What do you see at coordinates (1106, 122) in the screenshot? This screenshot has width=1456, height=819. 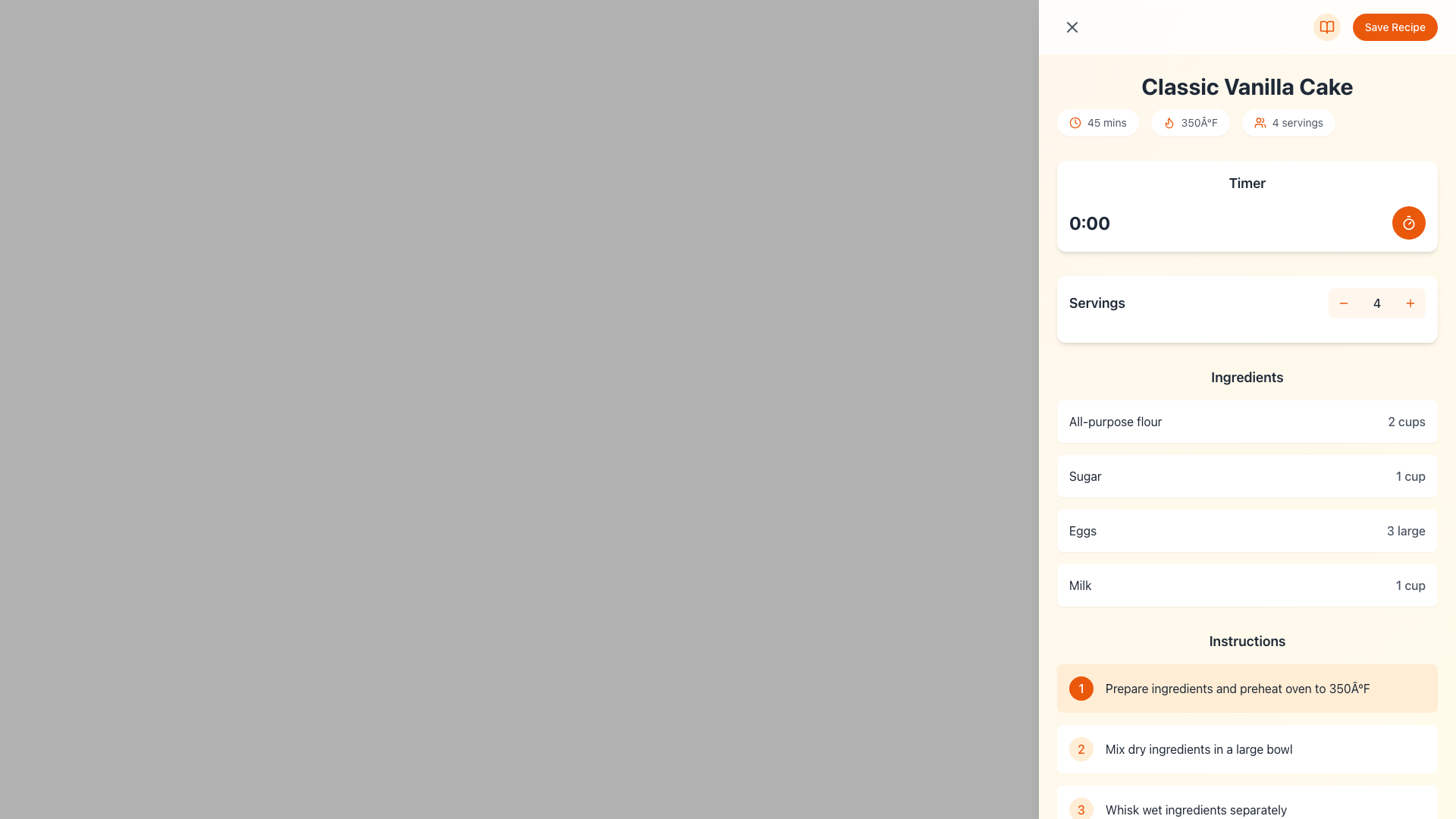 I see `displayed text from the Text Label indicating the preparation or cooking duration for the 'Classic Vanilla Cake', located next to the clock icon` at bounding box center [1106, 122].